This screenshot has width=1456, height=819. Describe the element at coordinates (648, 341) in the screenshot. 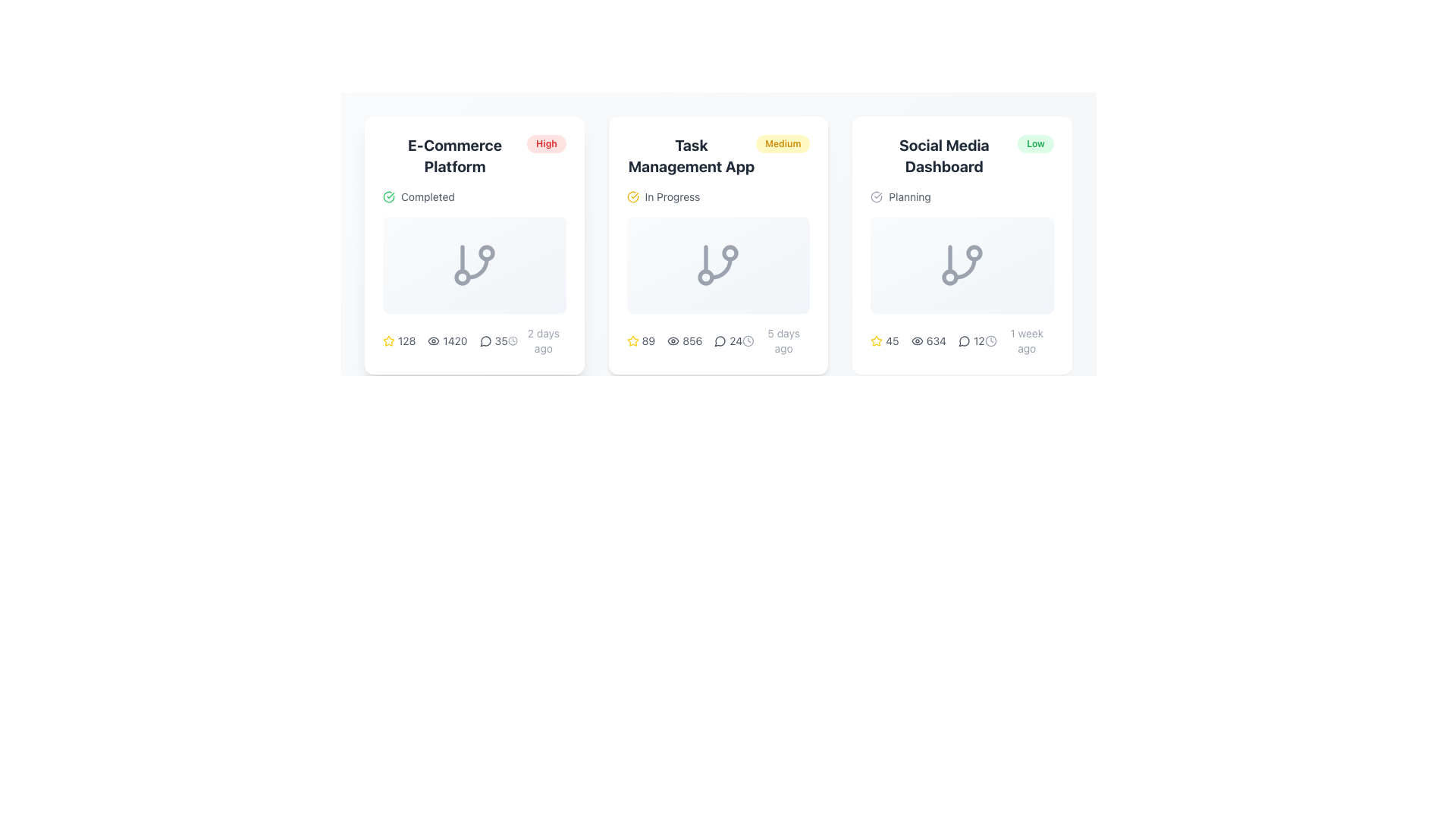

I see `the context of the numeric value '89' displayed in the text element located centrally beneath the 'Task Management App' label` at that location.